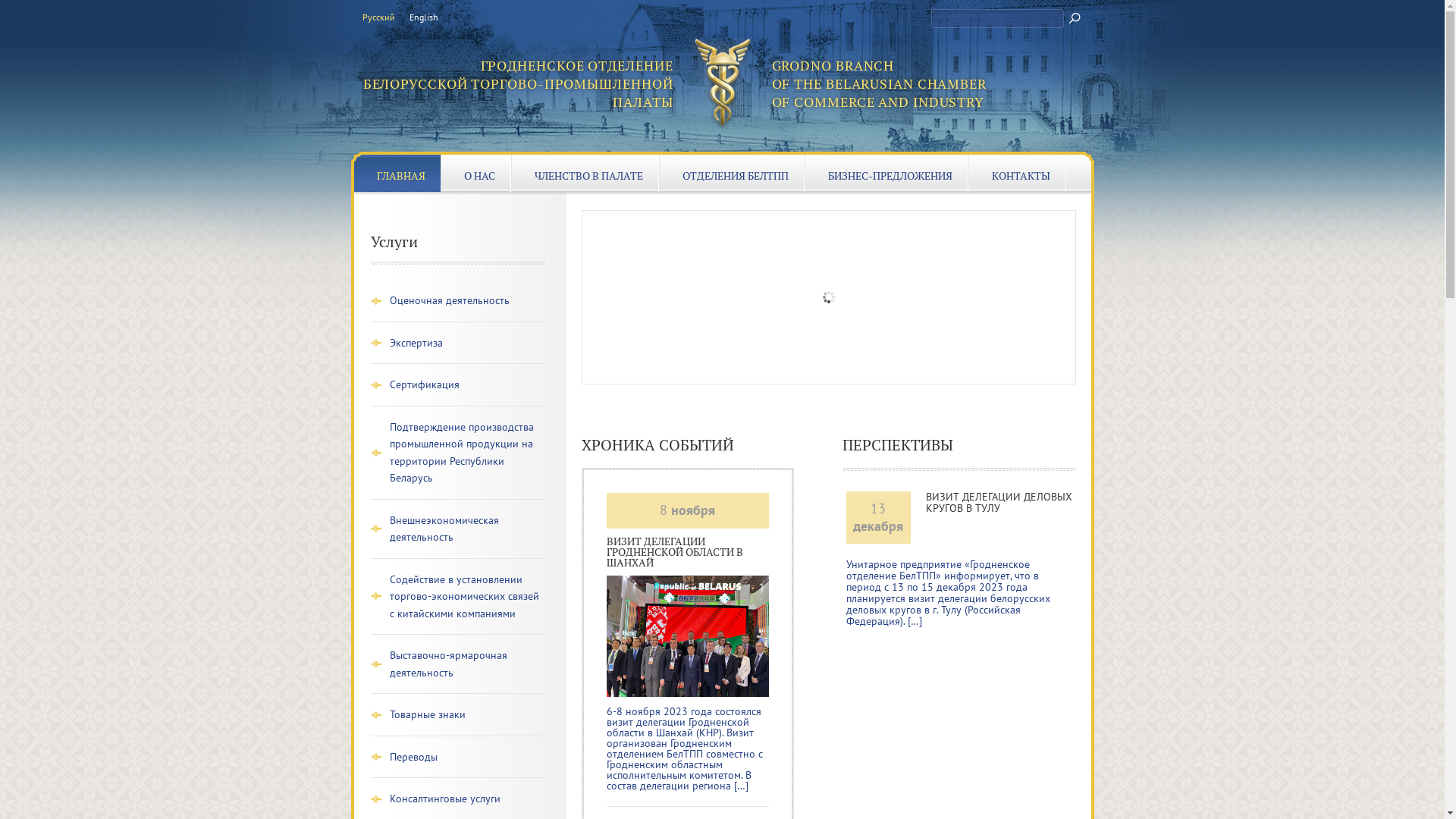  I want to click on 'English', so click(409, 17).